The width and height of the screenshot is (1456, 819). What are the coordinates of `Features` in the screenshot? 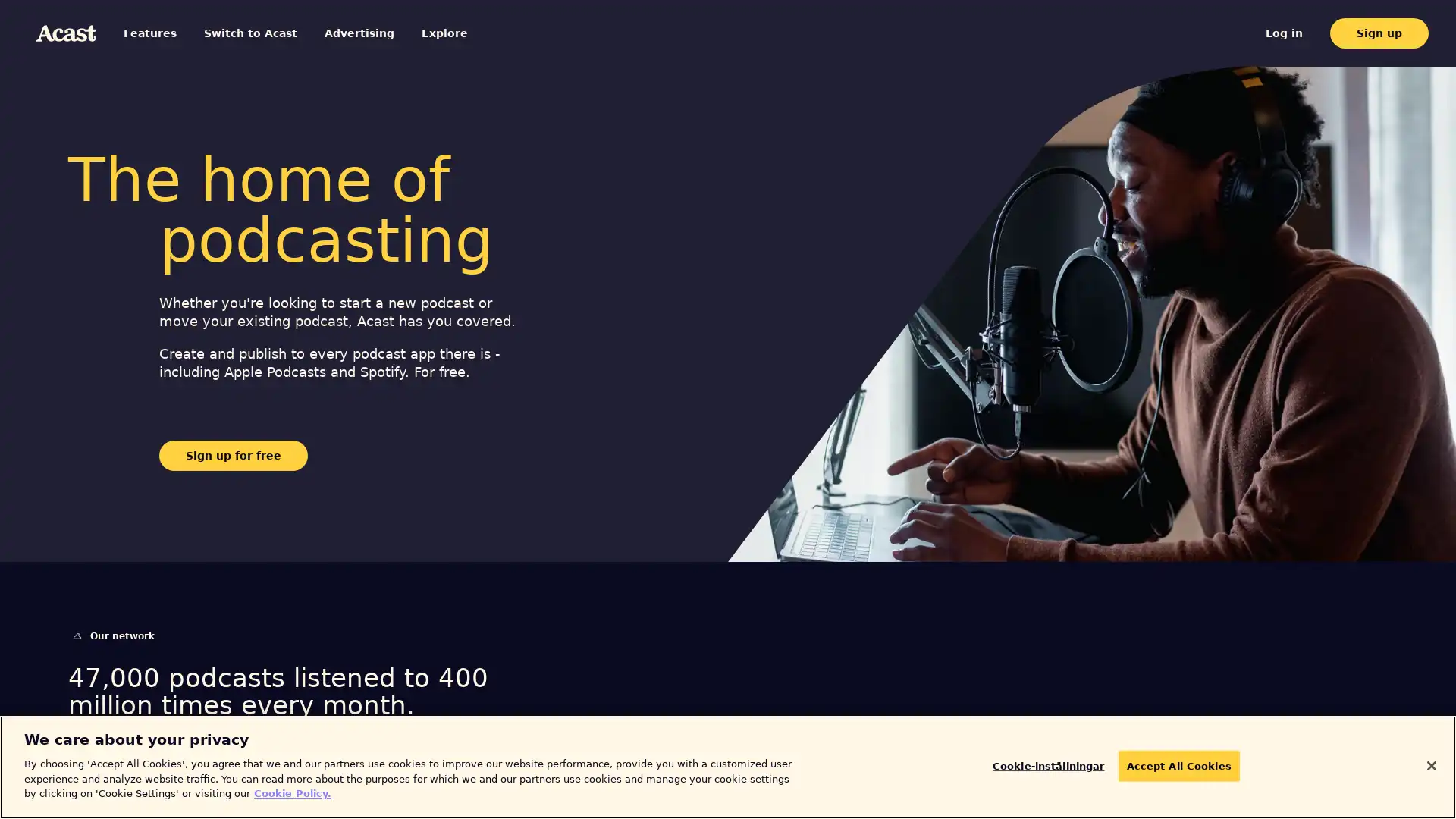 It's located at (152, 33).